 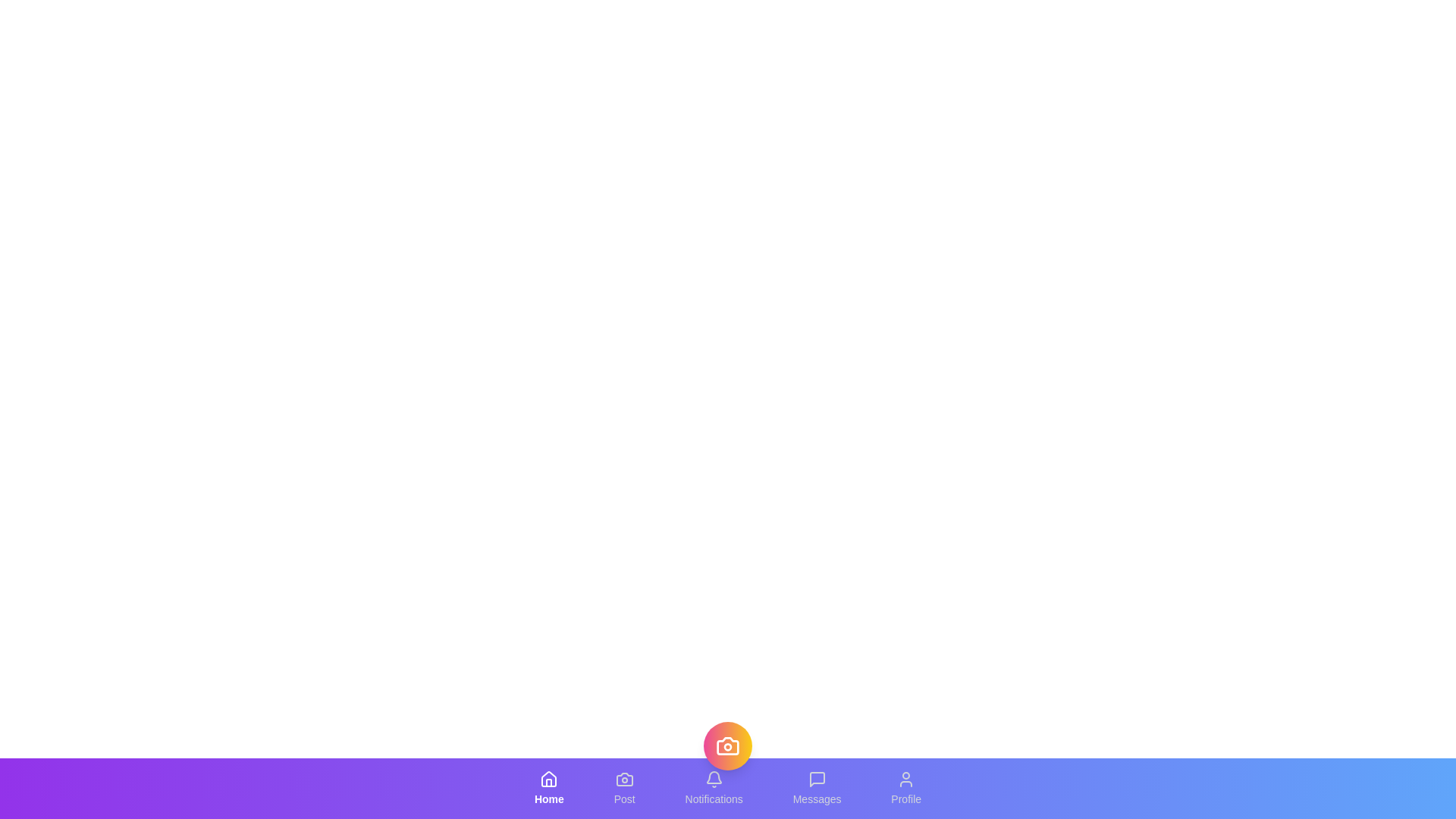 What do you see at coordinates (906, 788) in the screenshot?
I see `the tab labeled Profile to observe the visual effect` at bounding box center [906, 788].